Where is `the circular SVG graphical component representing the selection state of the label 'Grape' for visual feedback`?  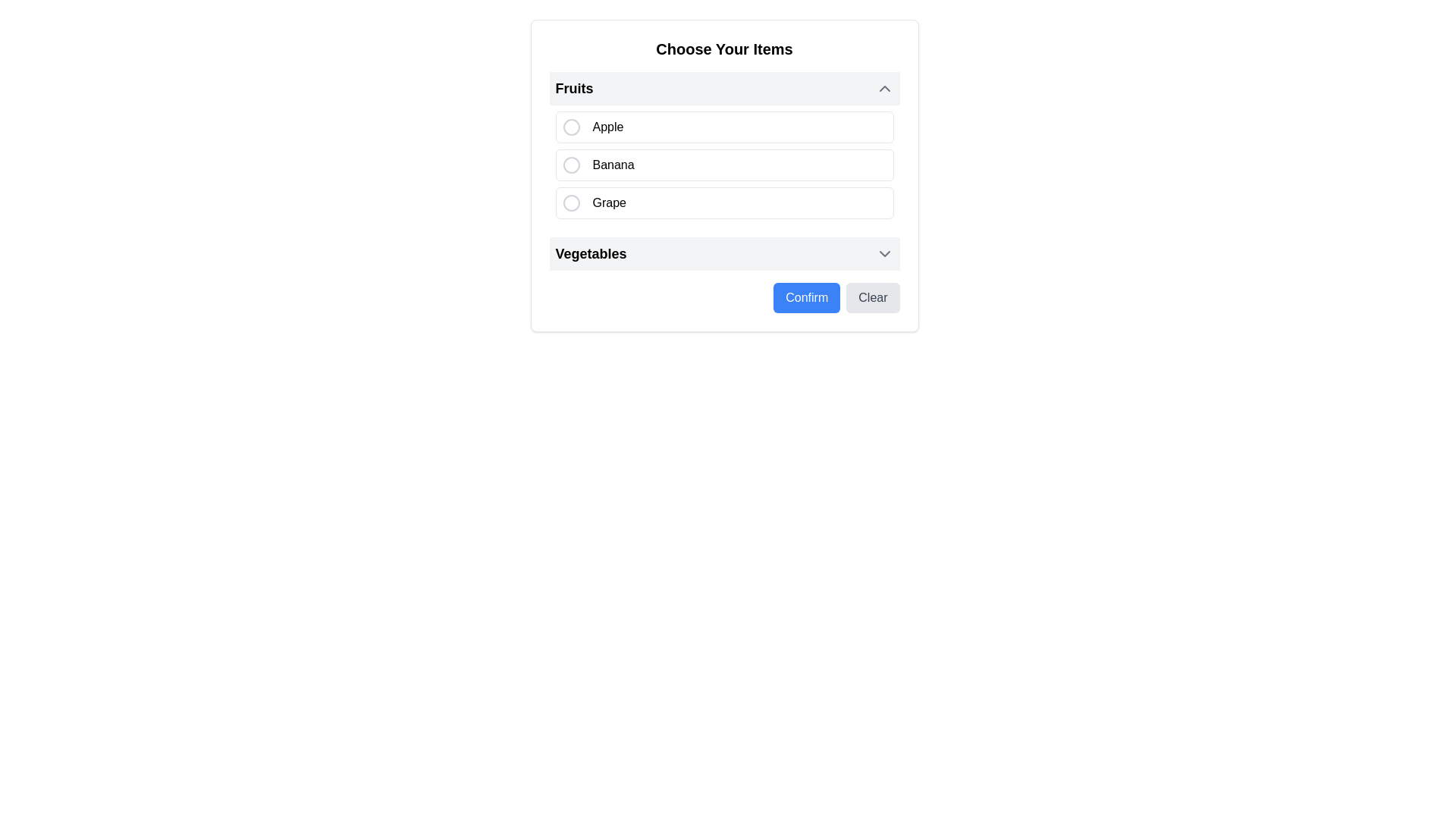 the circular SVG graphical component representing the selection state of the label 'Grape' for visual feedback is located at coordinates (570, 202).